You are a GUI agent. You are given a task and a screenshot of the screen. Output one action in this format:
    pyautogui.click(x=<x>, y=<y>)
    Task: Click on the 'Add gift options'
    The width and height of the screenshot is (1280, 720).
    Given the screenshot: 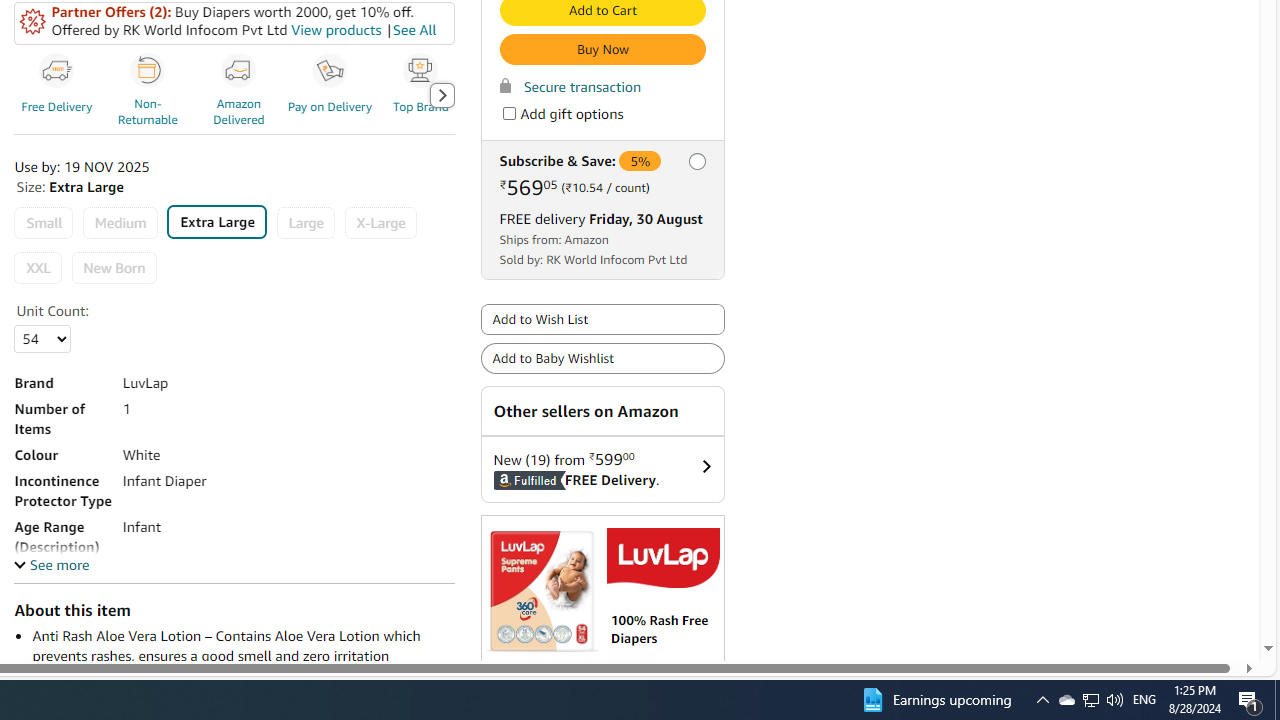 What is the action you would take?
    pyautogui.click(x=508, y=114)
    